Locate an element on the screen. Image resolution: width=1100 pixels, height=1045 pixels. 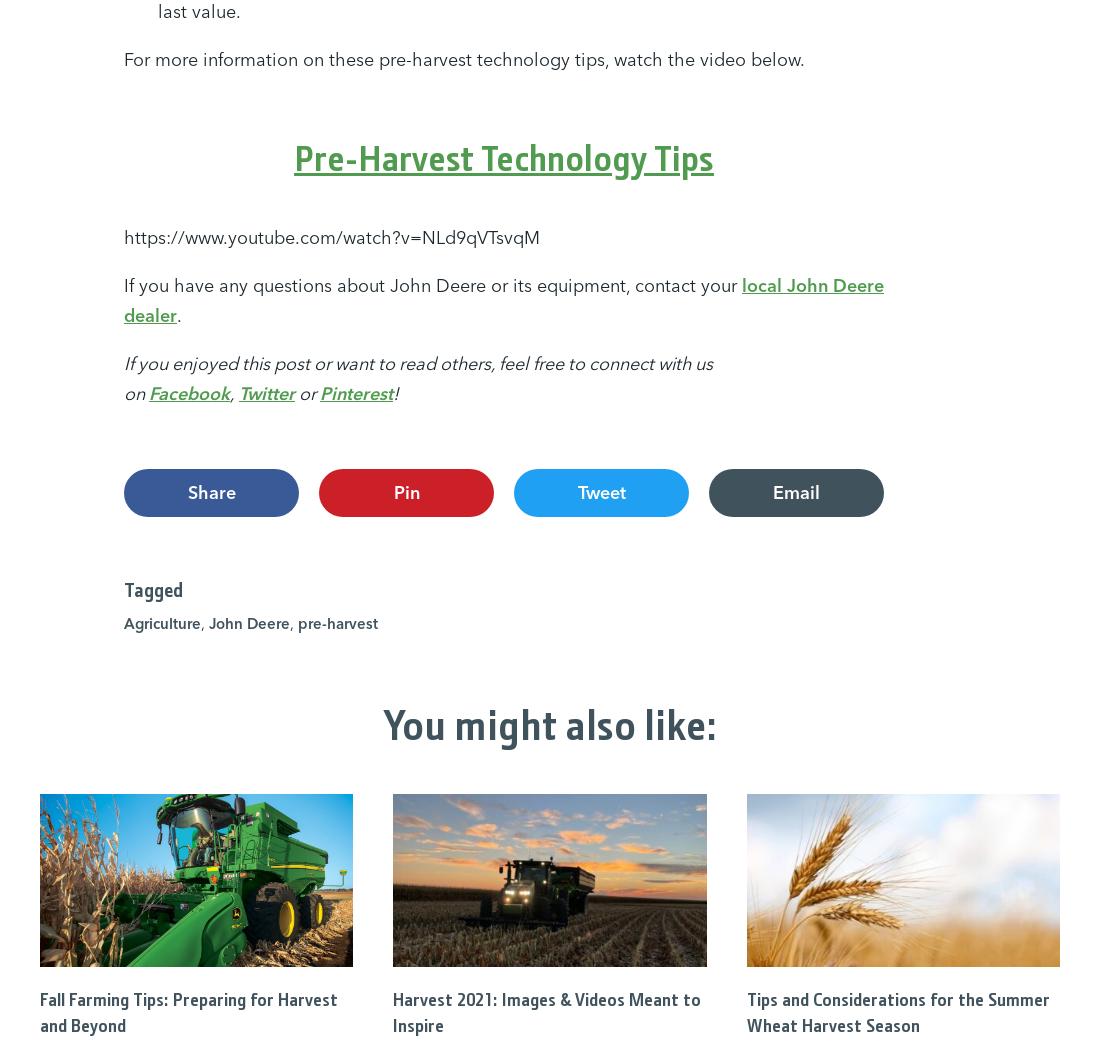
'Fall Farming Tips: Preparing for Harvest and Beyond' is located at coordinates (187, 1011).